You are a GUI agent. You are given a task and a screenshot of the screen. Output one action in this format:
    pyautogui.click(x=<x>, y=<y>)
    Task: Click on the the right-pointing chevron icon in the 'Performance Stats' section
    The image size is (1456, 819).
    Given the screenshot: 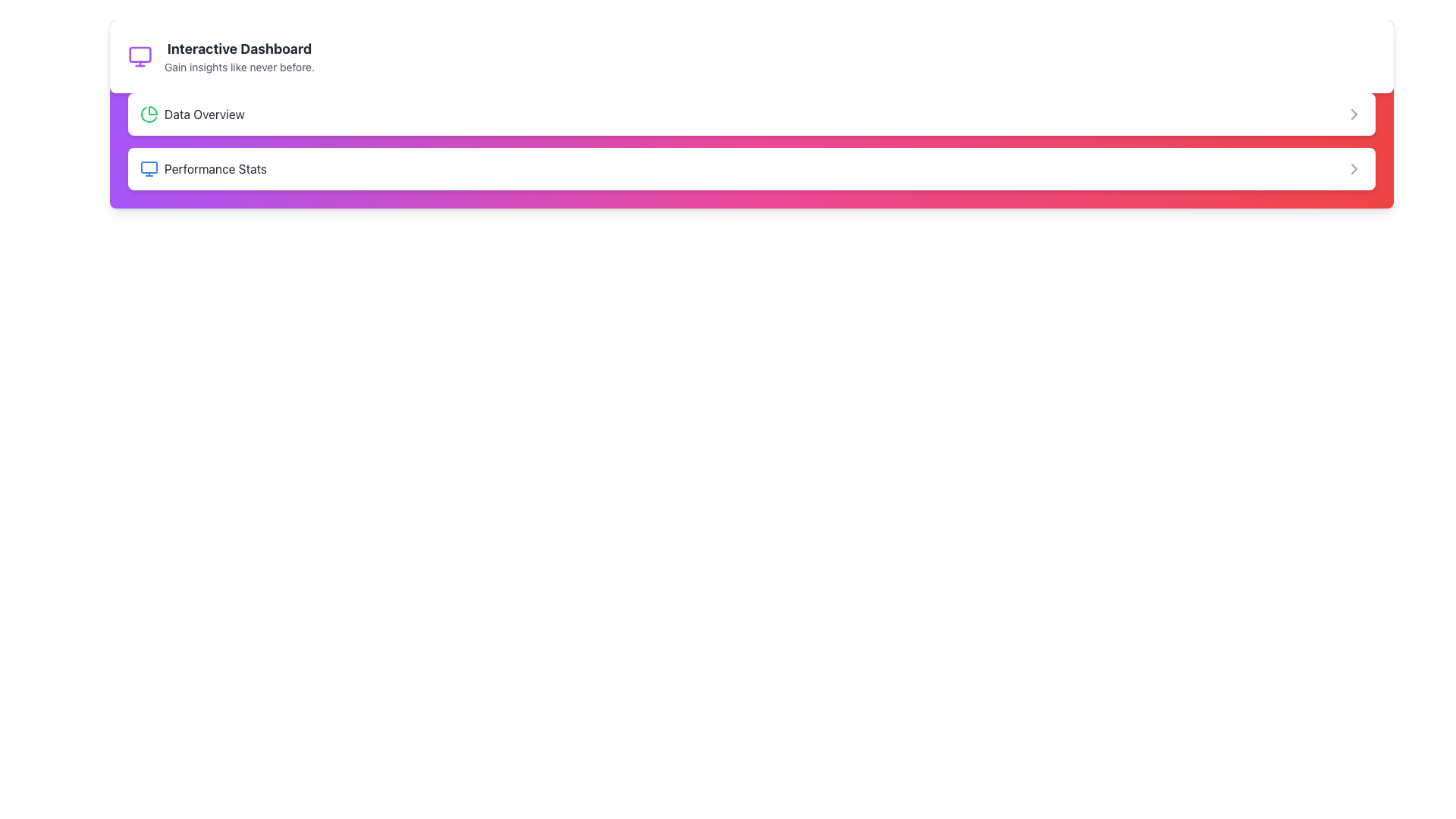 What is the action you would take?
    pyautogui.click(x=1354, y=169)
    